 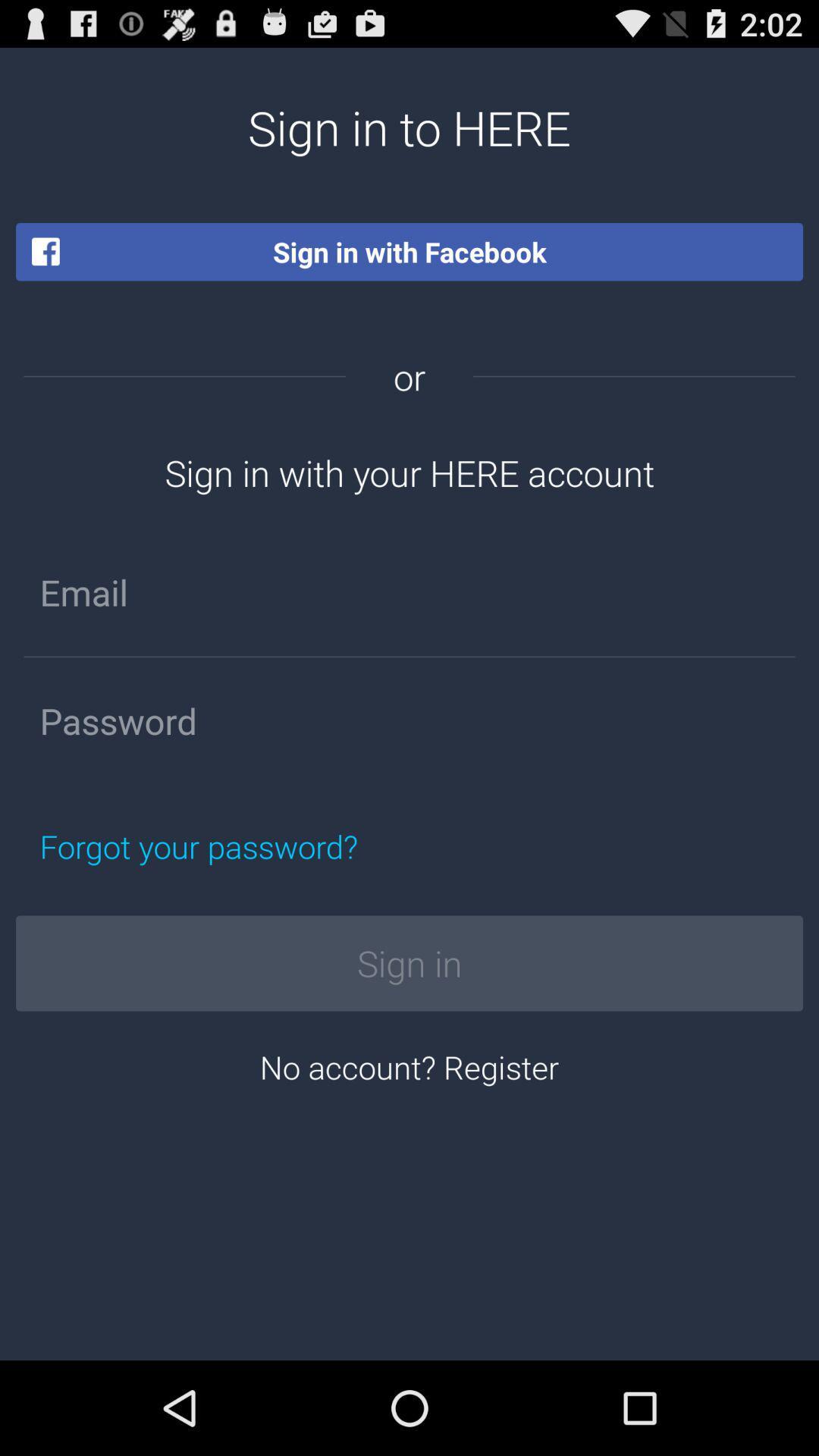 What do you see at coordinates (409, 1065) in the screenshot?
I see `item at the bottom` at bounding box center [409, 1065].